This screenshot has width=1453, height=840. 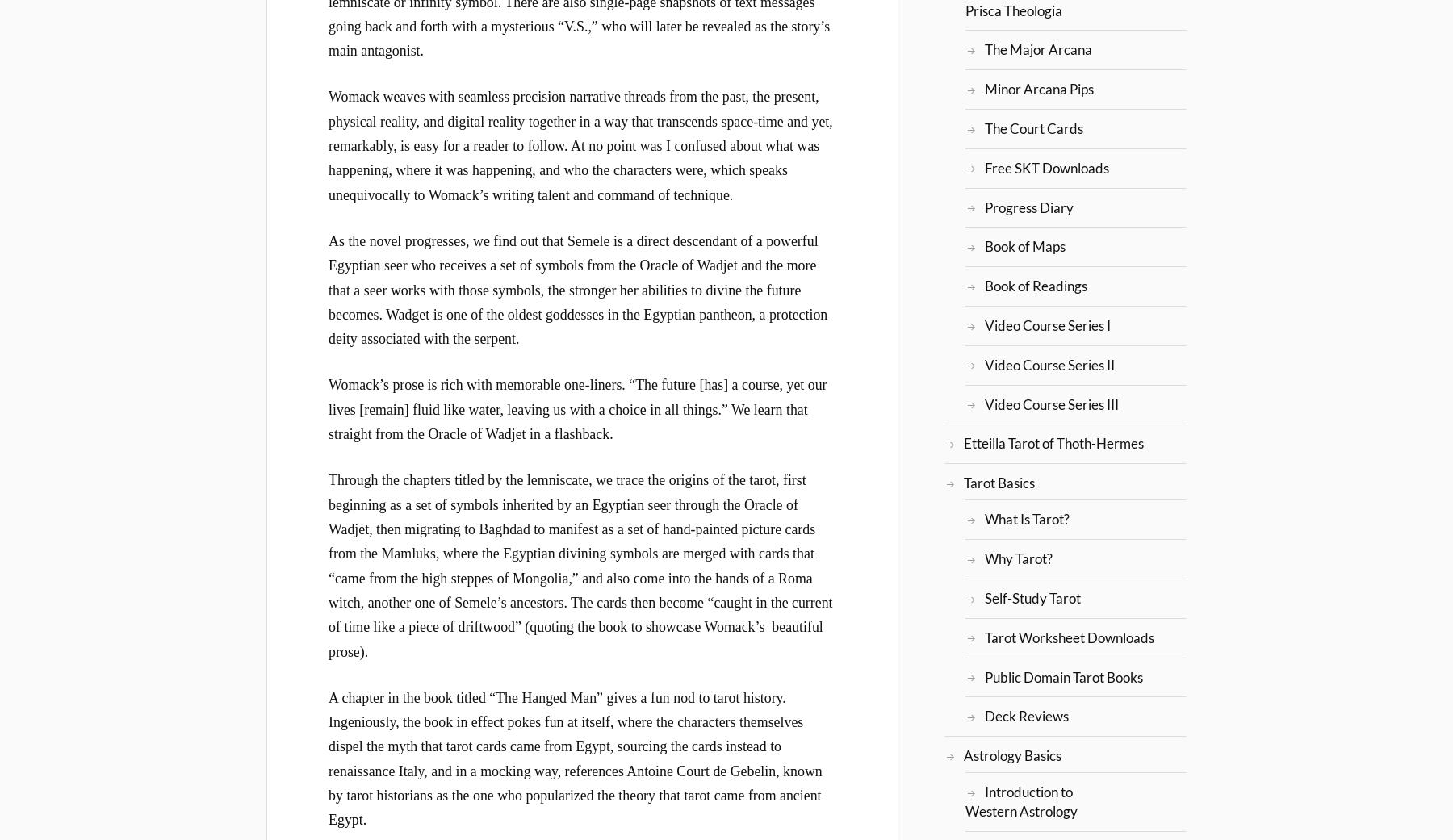 What do you see at coordinates (1026, 518) in the screenshot?
I see `'What Is Tarot?'` at bounding box center [1026, 518].